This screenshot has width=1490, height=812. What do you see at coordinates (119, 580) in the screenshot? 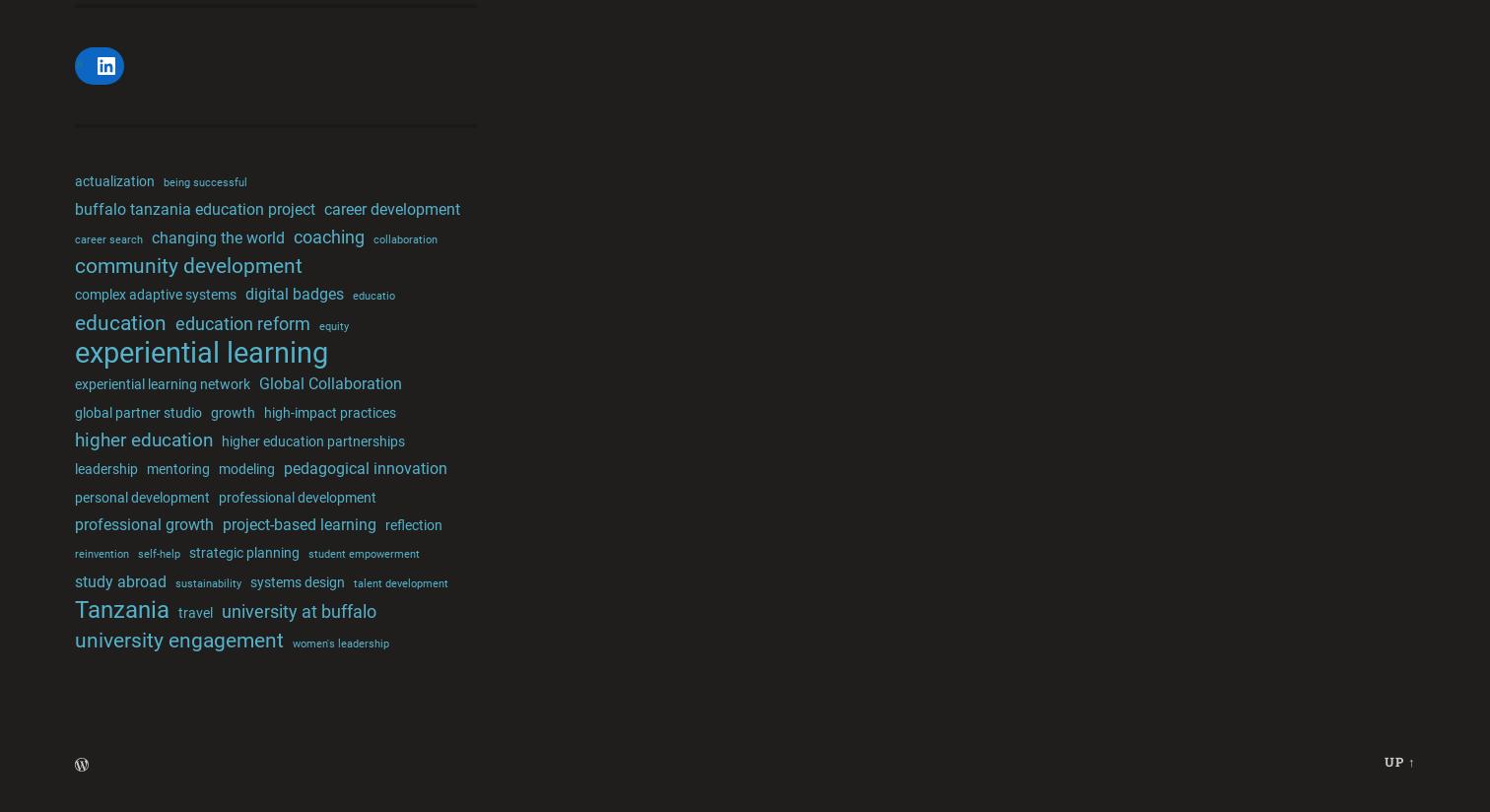
I see `'study abroad'` at bounding box center [119, 580].